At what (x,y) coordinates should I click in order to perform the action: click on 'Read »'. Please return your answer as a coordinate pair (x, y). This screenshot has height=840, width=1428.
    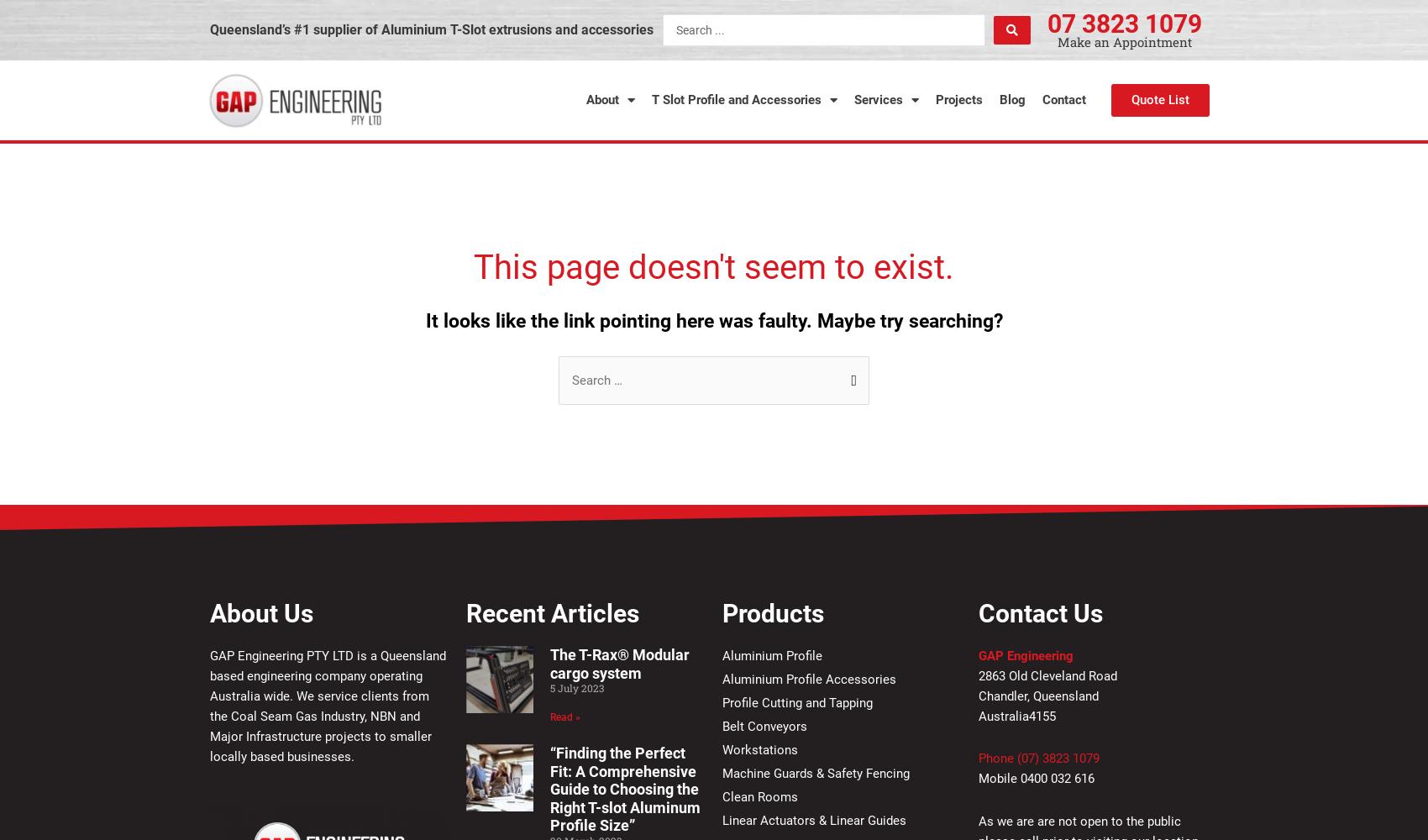
    Looking at the image, I should click on (549, 716).